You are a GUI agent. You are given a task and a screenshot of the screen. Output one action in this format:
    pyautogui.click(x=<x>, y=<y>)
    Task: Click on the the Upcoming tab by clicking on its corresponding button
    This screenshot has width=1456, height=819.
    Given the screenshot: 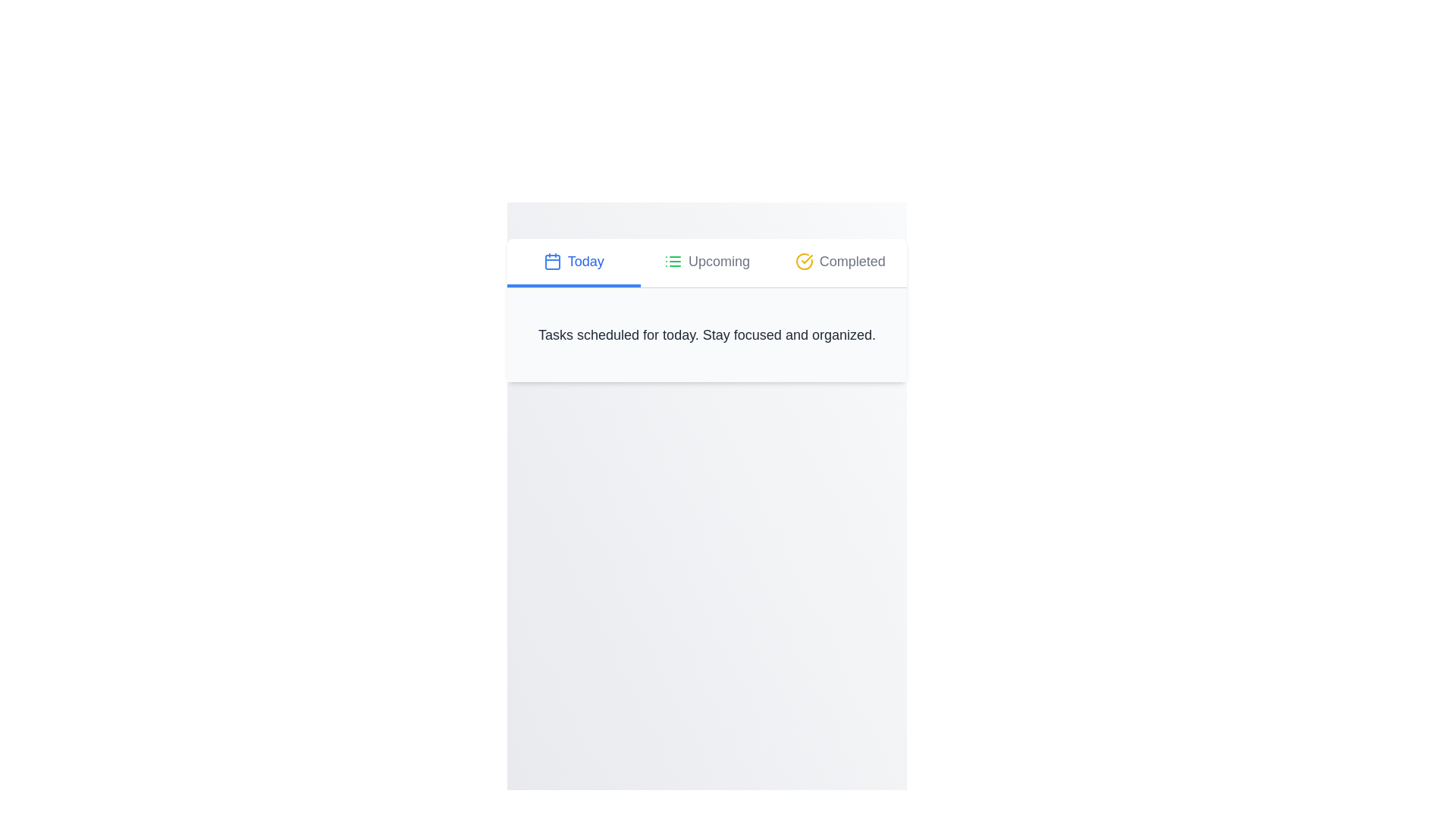 What is the action you would take?
    pyautogui.click(x=706, y=262)
    